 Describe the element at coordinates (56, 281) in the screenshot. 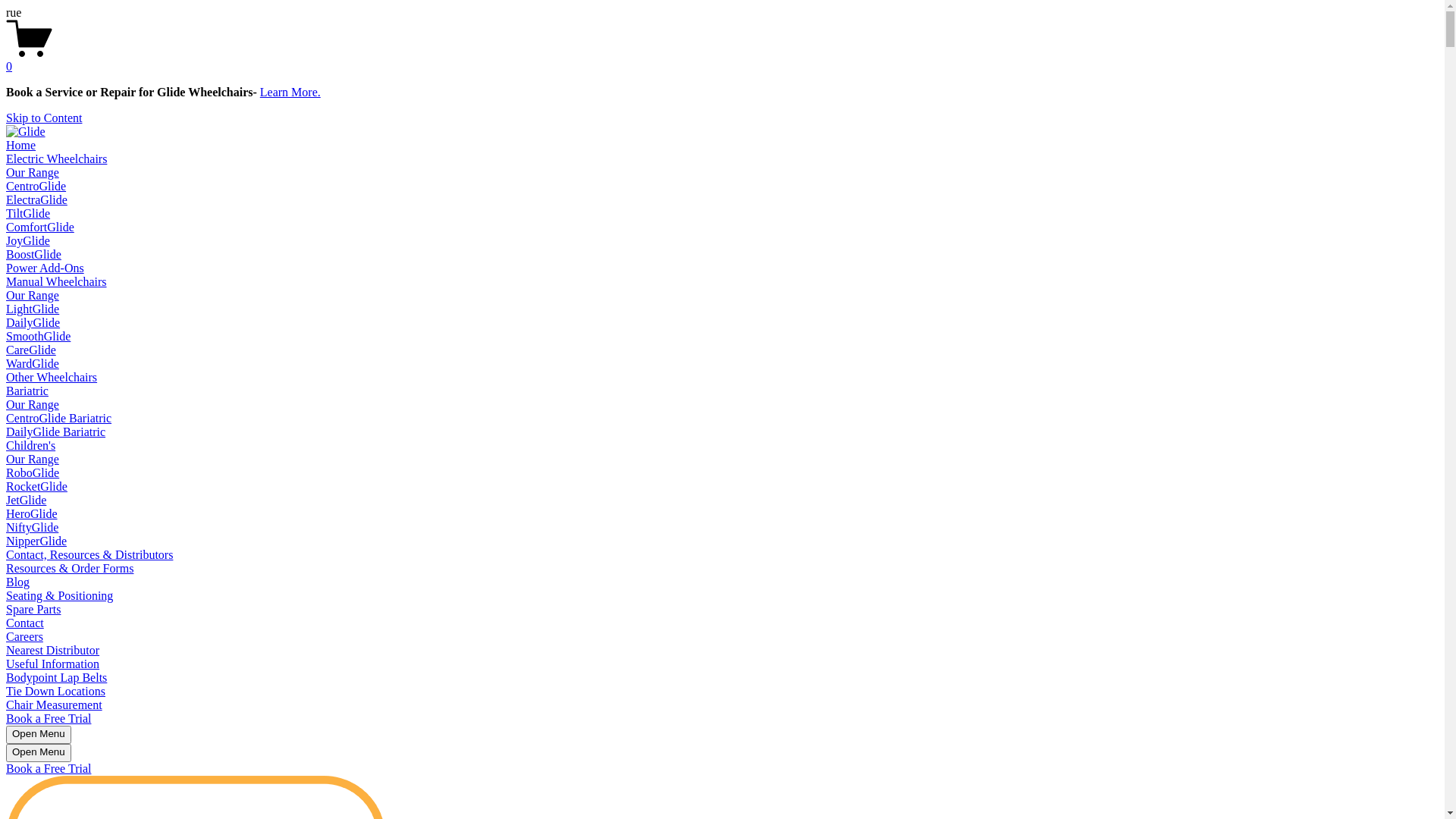

I see `'Manual Wheelchairs'` at that location.